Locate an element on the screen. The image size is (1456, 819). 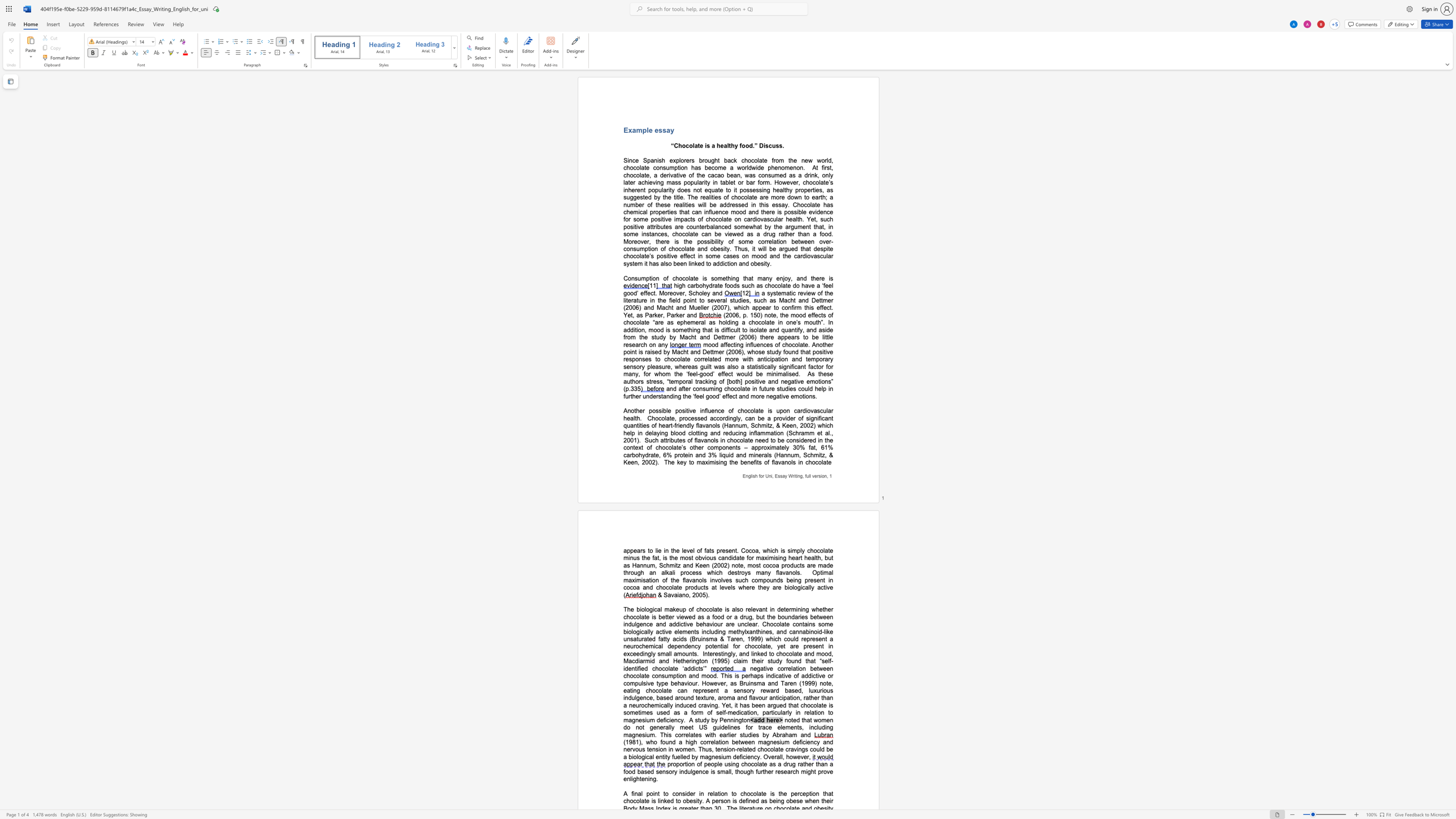
the space between the continuous character "e" and "s" in the text is located at coordinates (755, 189).